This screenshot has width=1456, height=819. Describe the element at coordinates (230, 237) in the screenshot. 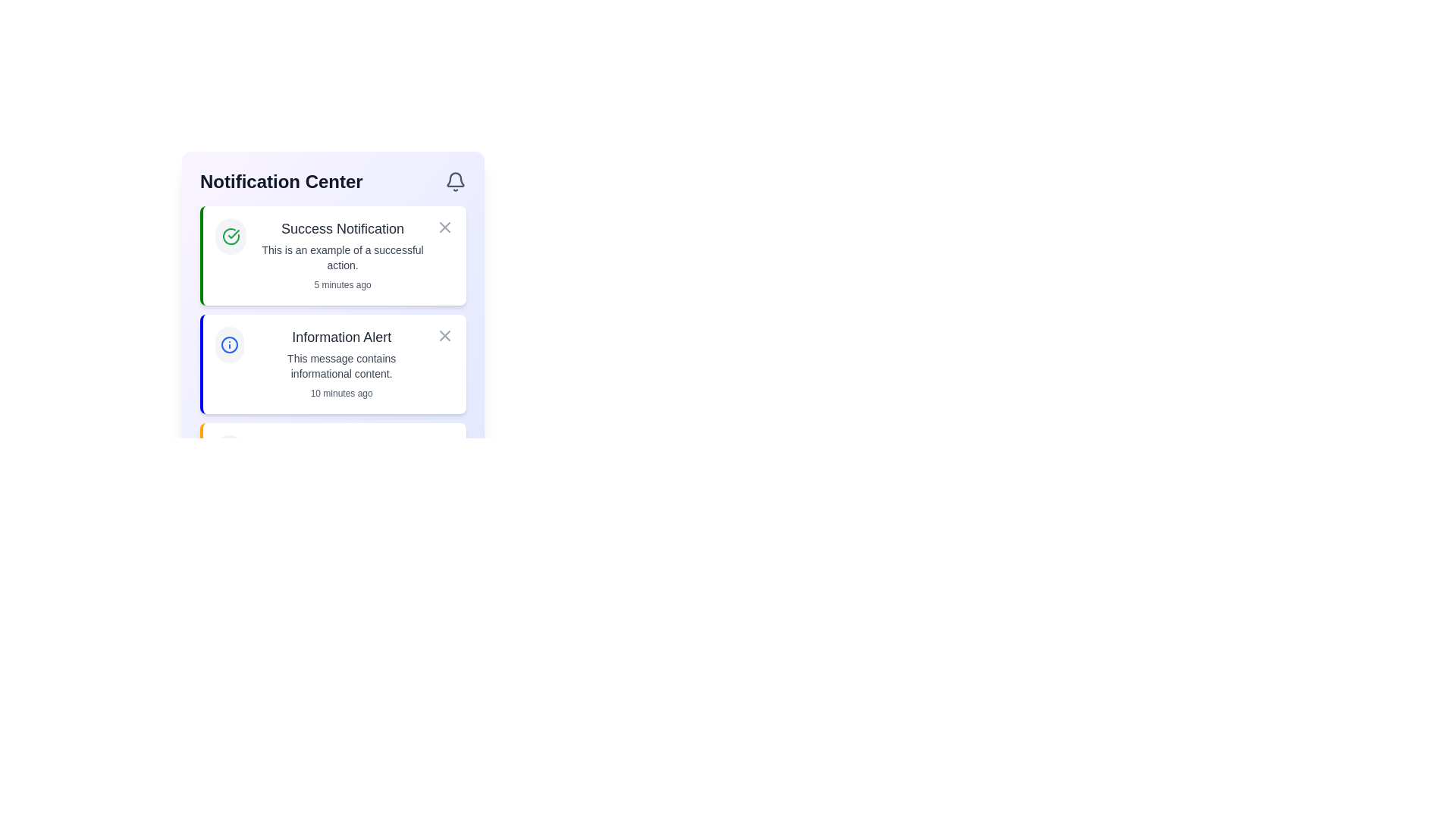

I see `the visual styling of the checkmark icon with a green outline in the top-left corner of the 'Success Notification' message card within the 'Notification Center'` at that location.